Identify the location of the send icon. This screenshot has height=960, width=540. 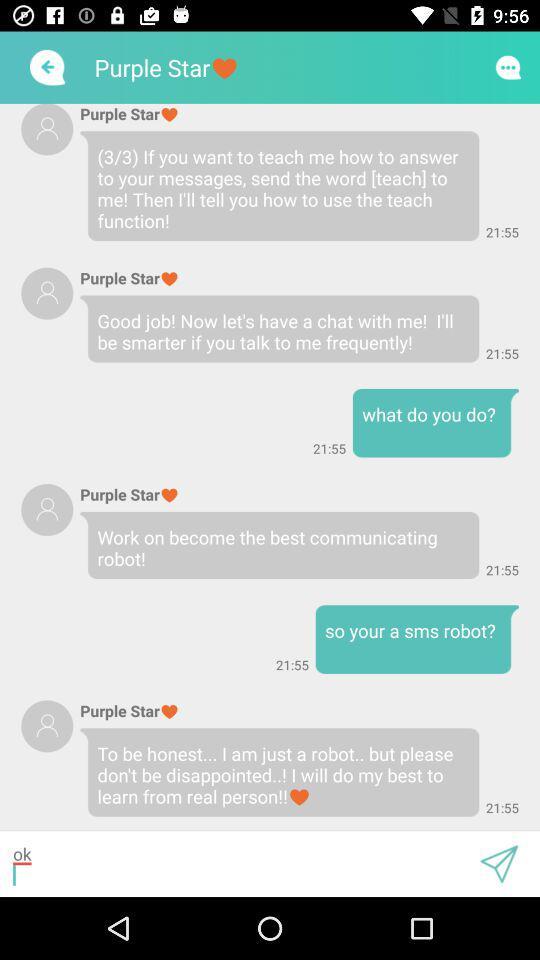
(498, 863).